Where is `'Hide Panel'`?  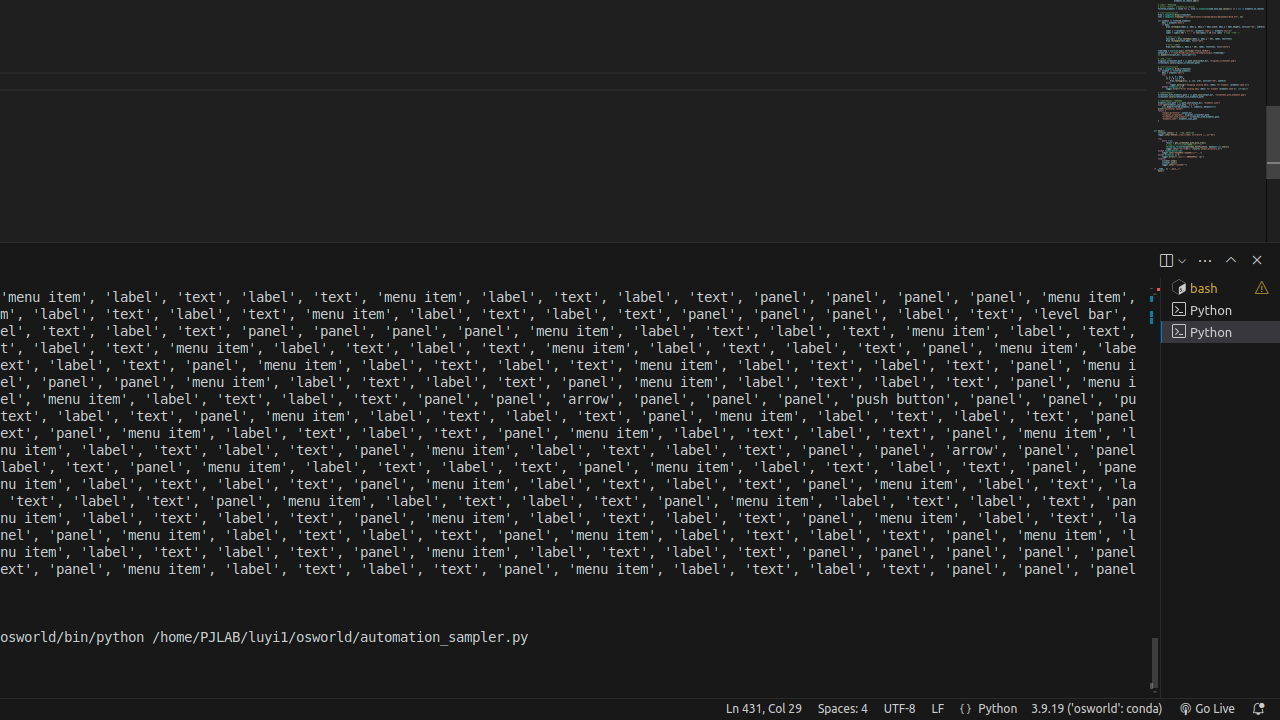 'Hide Panel' is located at coordinates (1255, 258).